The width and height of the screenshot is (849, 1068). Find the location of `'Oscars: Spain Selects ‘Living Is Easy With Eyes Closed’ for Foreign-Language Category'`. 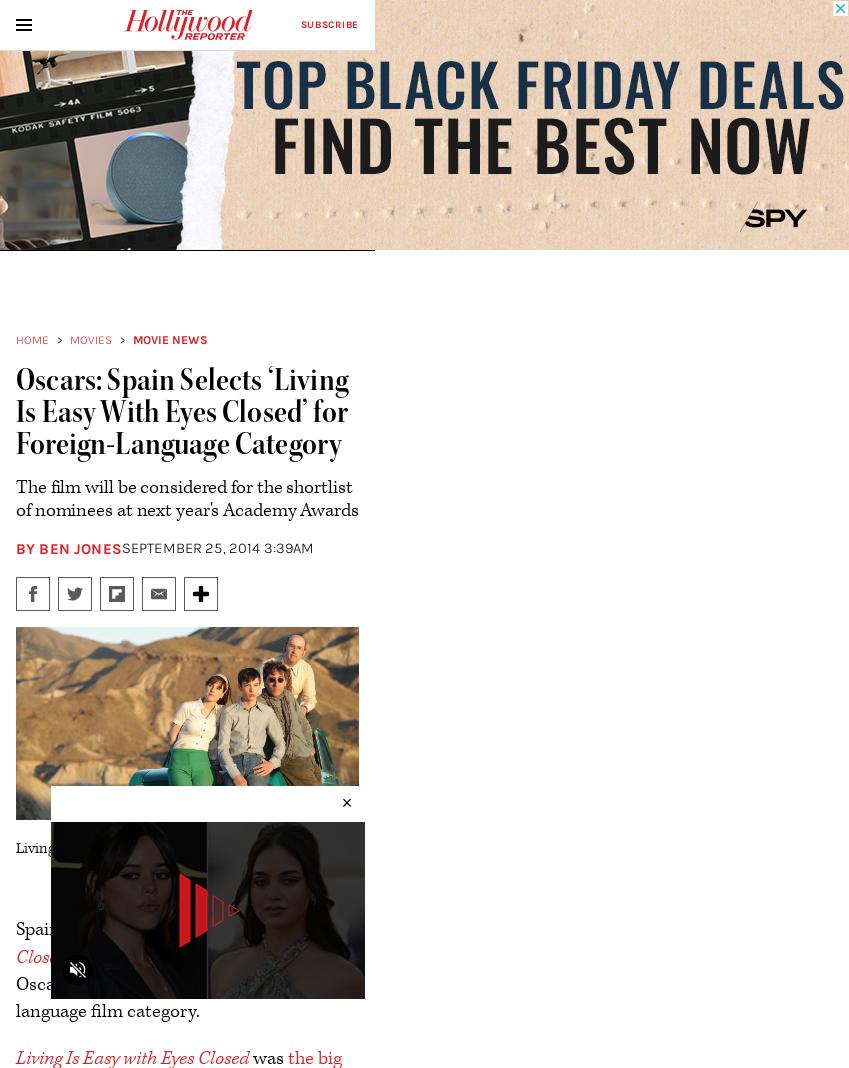

'Oscars: Spain Selects ‘Living Is Easy With Eyes Closed’ for Foreign-Language Category' is located at coordinates (181, 411).